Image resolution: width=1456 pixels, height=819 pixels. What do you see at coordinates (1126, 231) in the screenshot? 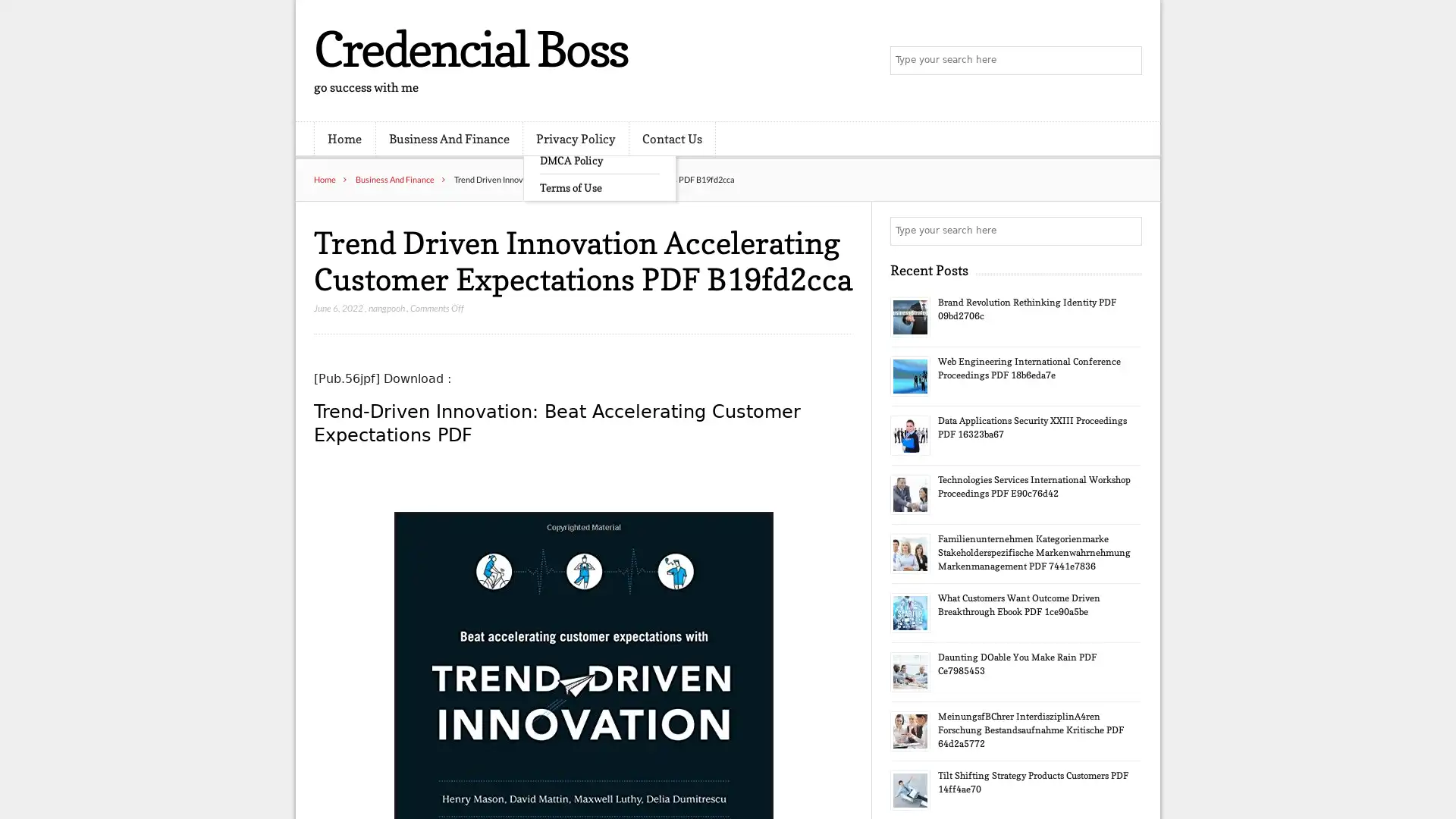
I see `Search` at bounding box center [1126, 231].